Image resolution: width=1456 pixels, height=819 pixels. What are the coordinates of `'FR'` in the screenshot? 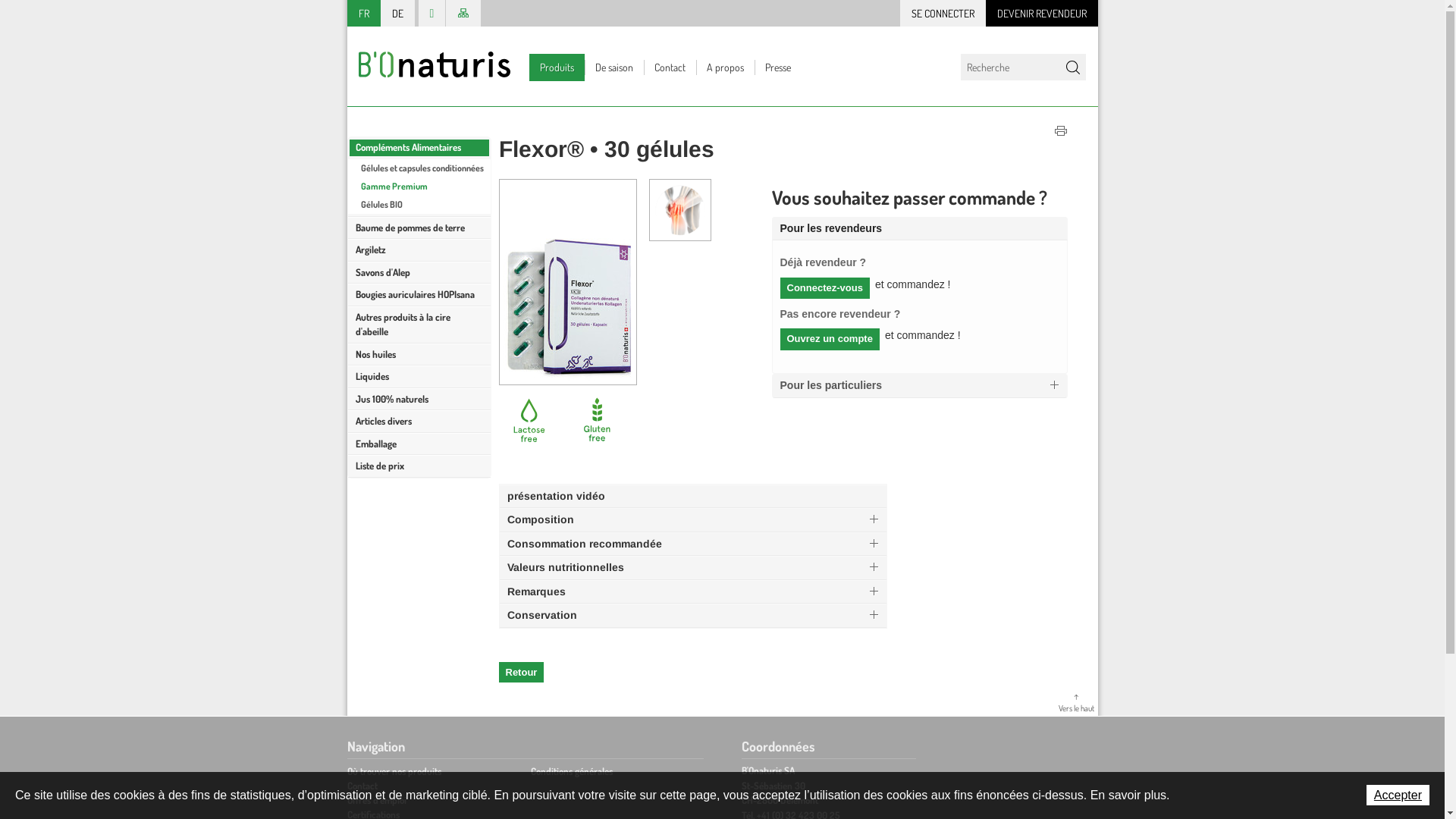 It's located at (364, 13).